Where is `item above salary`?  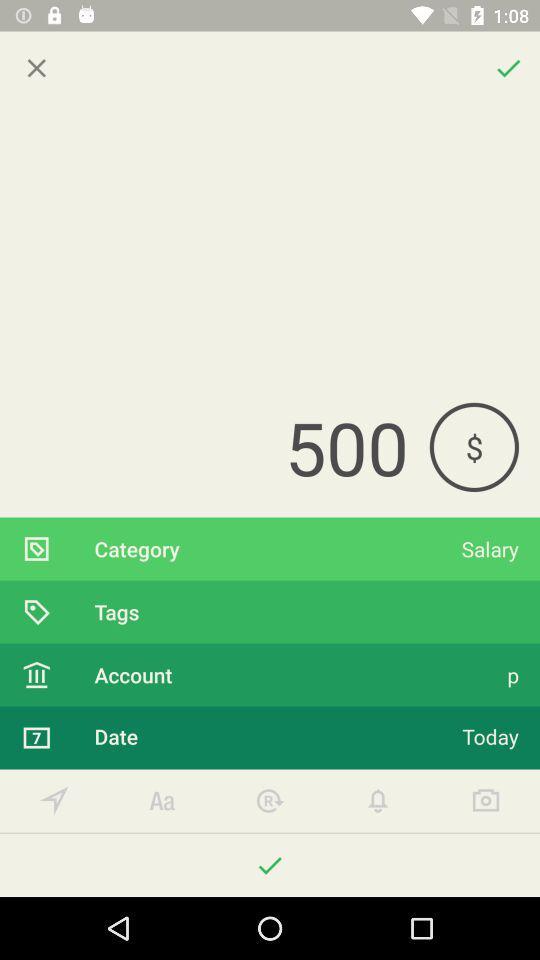 item above salary is located at coordinates (473, 447).